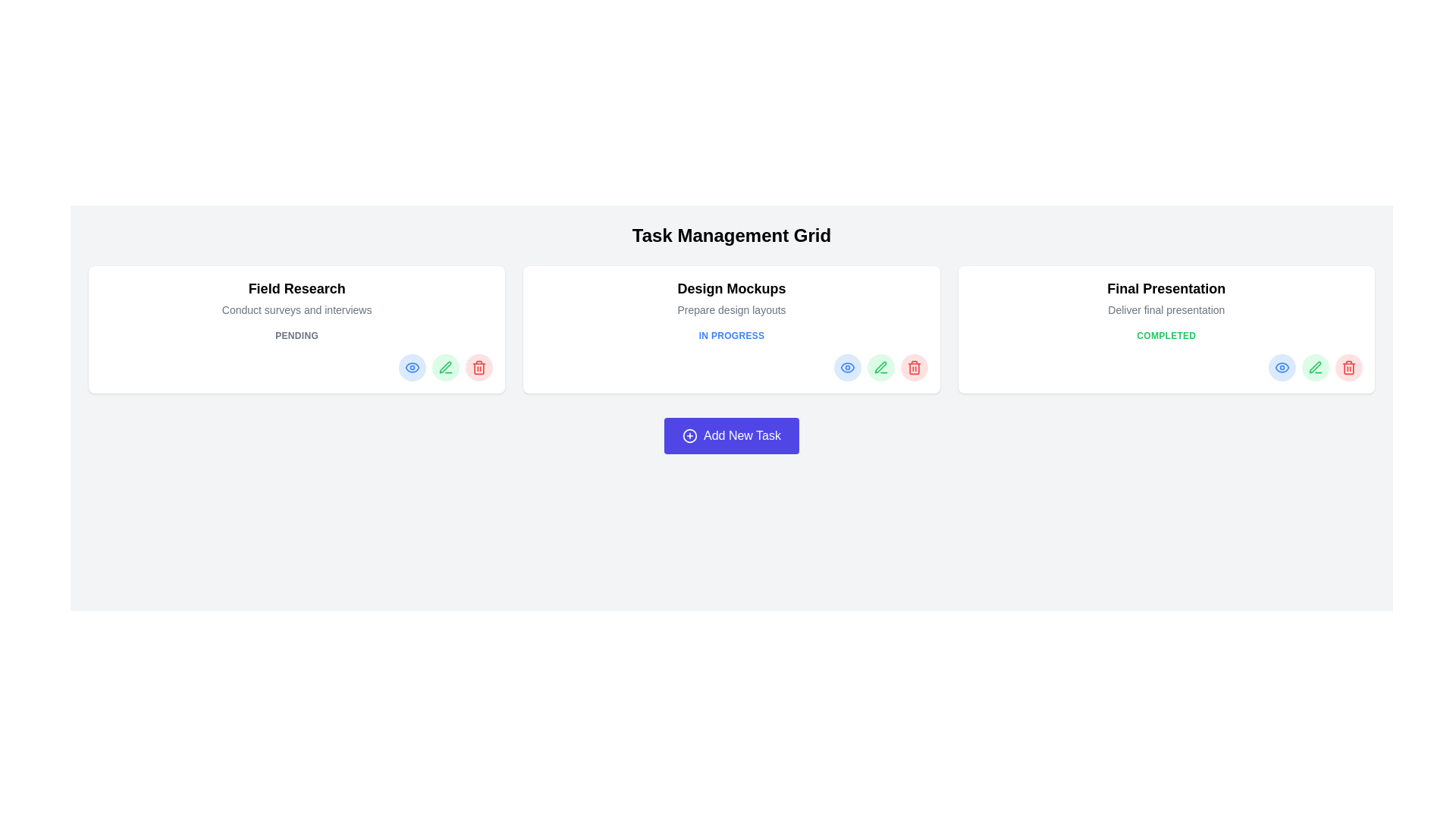 This screenshot has width=1456, height=819. What do you see at coordinates (479, 368) in the screenshot?
I see `the small circular red button with a trash can icon at the bottom-right corner of the 'Field Research' card` at bounding box center [479, 368].